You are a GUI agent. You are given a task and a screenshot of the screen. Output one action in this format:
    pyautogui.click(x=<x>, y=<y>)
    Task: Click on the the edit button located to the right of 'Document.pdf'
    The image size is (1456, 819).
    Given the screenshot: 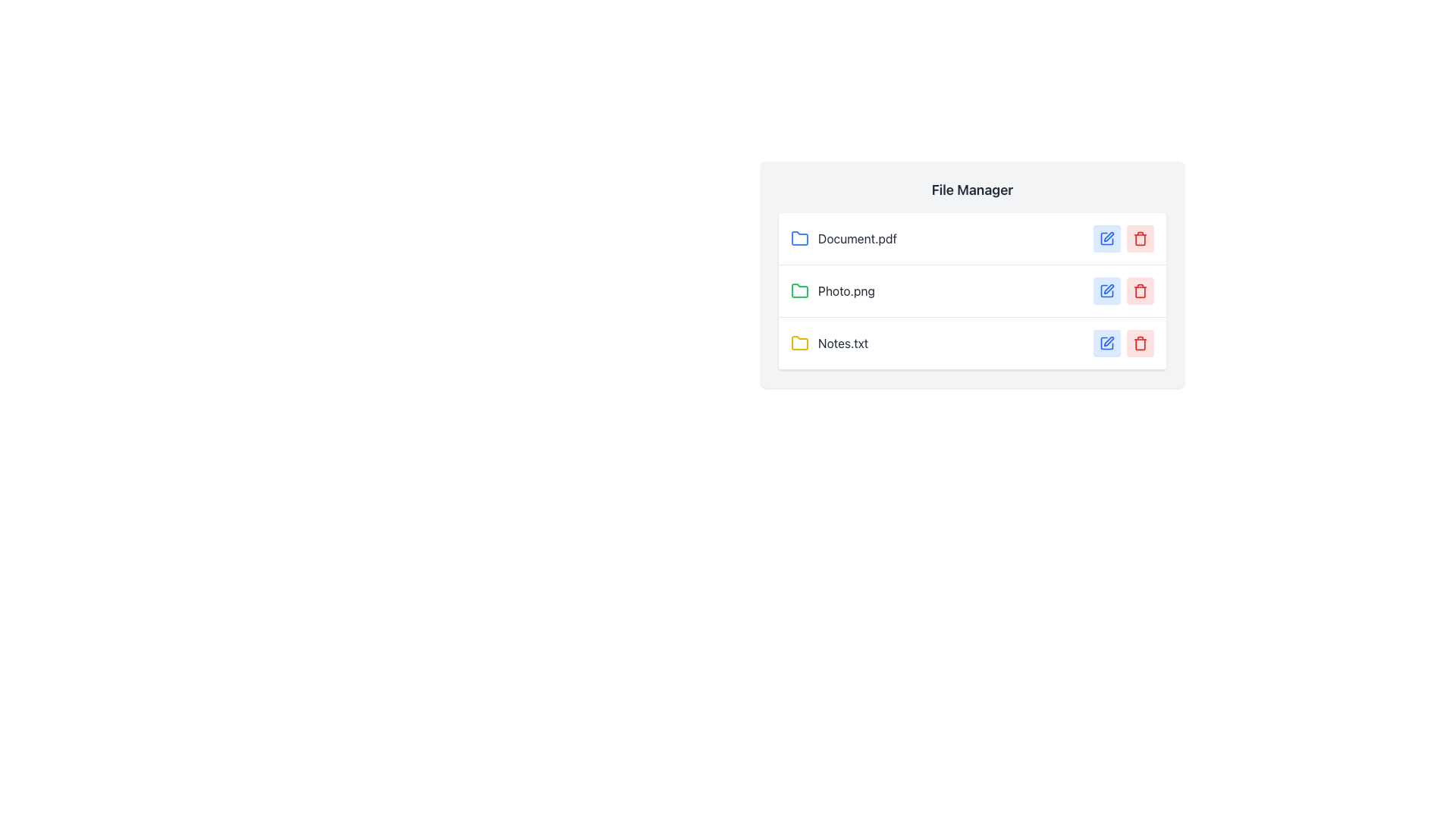 What is the action you would take?
    pyautogui.click(x=1106, y=239)
    